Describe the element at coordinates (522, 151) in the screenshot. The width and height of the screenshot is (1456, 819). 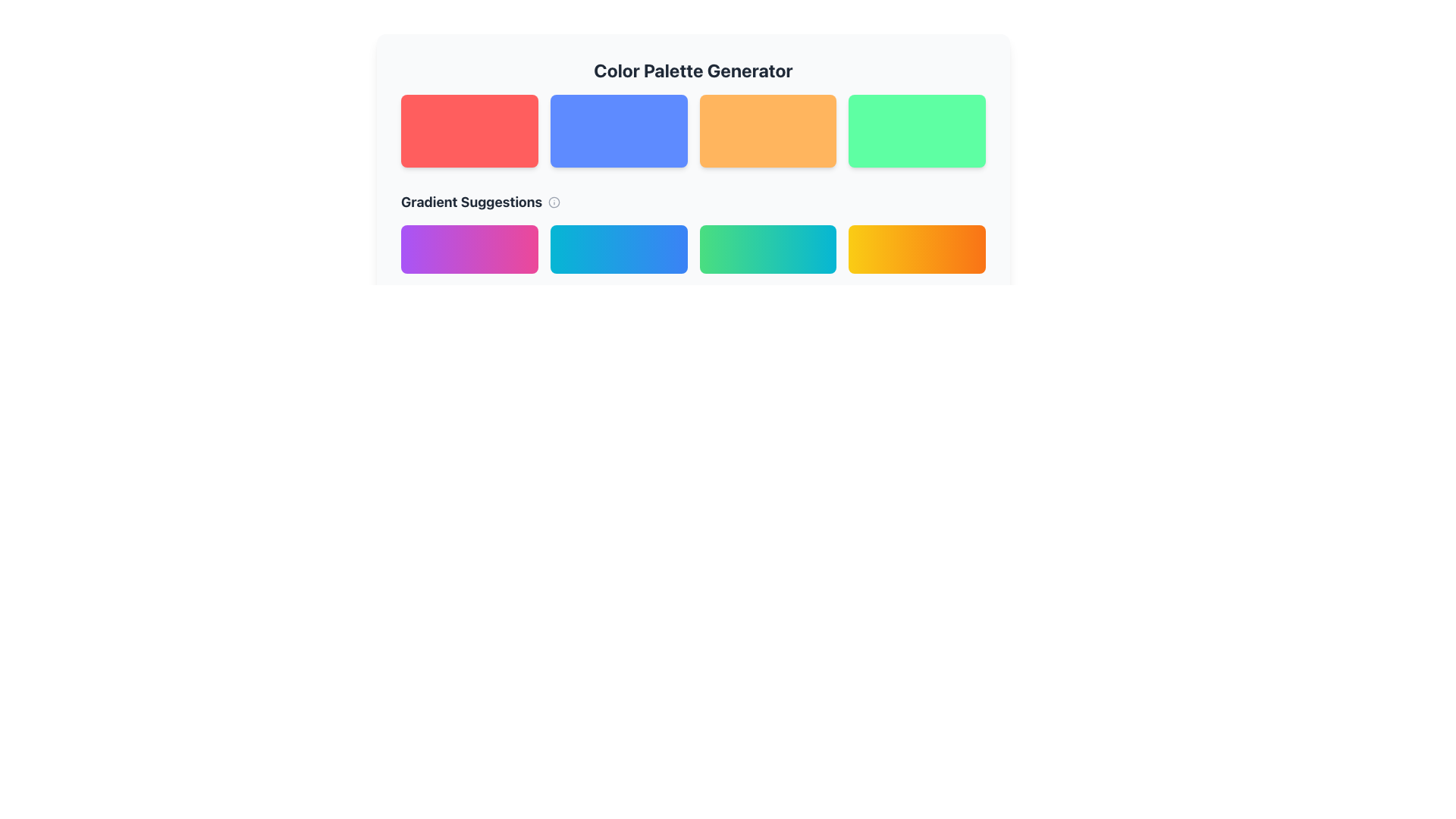
I see `the button located at the bottom-right corner of the red rectangular area` at that location.